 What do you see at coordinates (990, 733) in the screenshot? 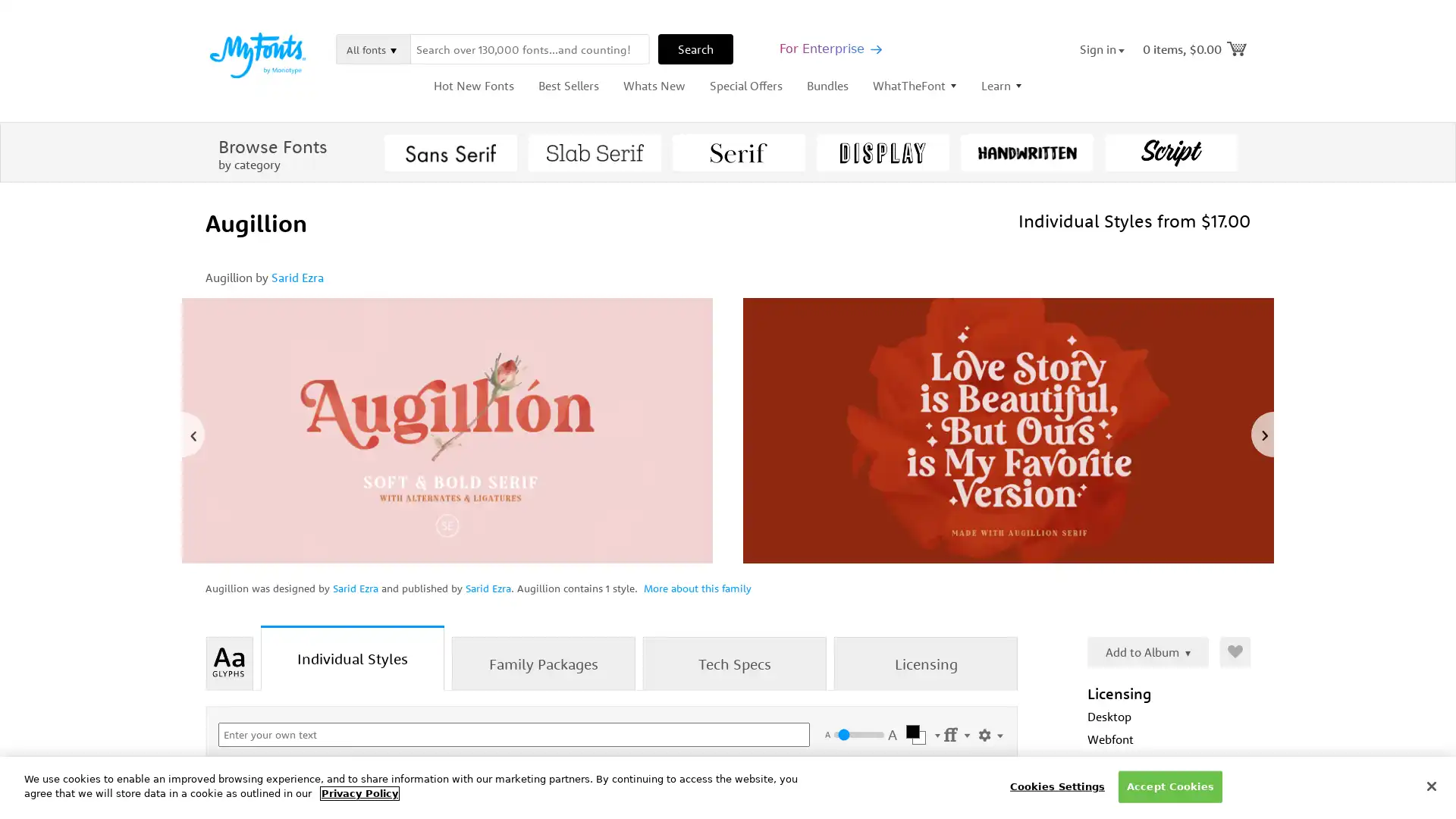
I see `Show Settings` at bounding box center [990, 733].